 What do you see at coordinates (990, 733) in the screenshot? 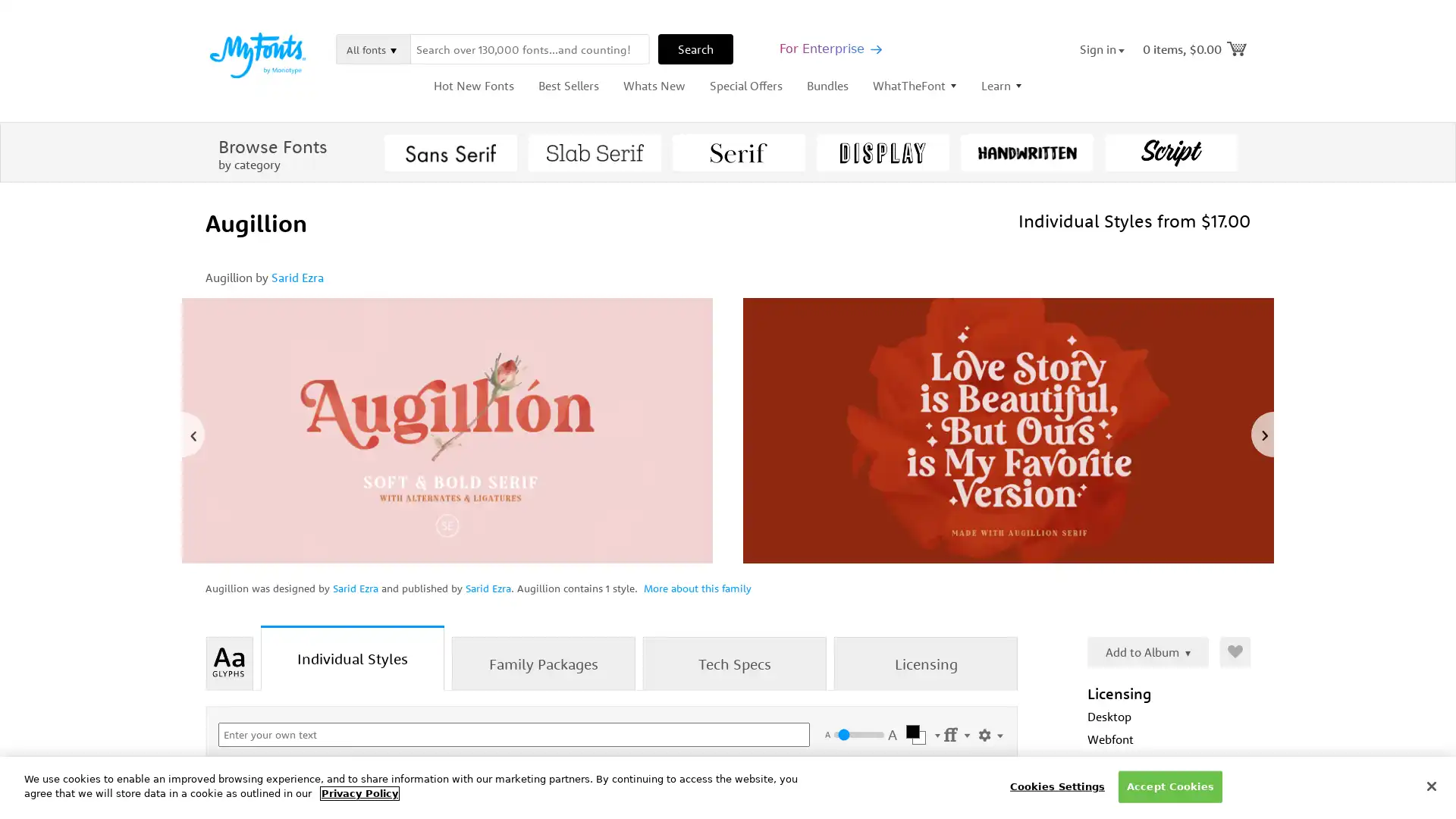
I see `Show Settings` at bounding box center [990, 733].